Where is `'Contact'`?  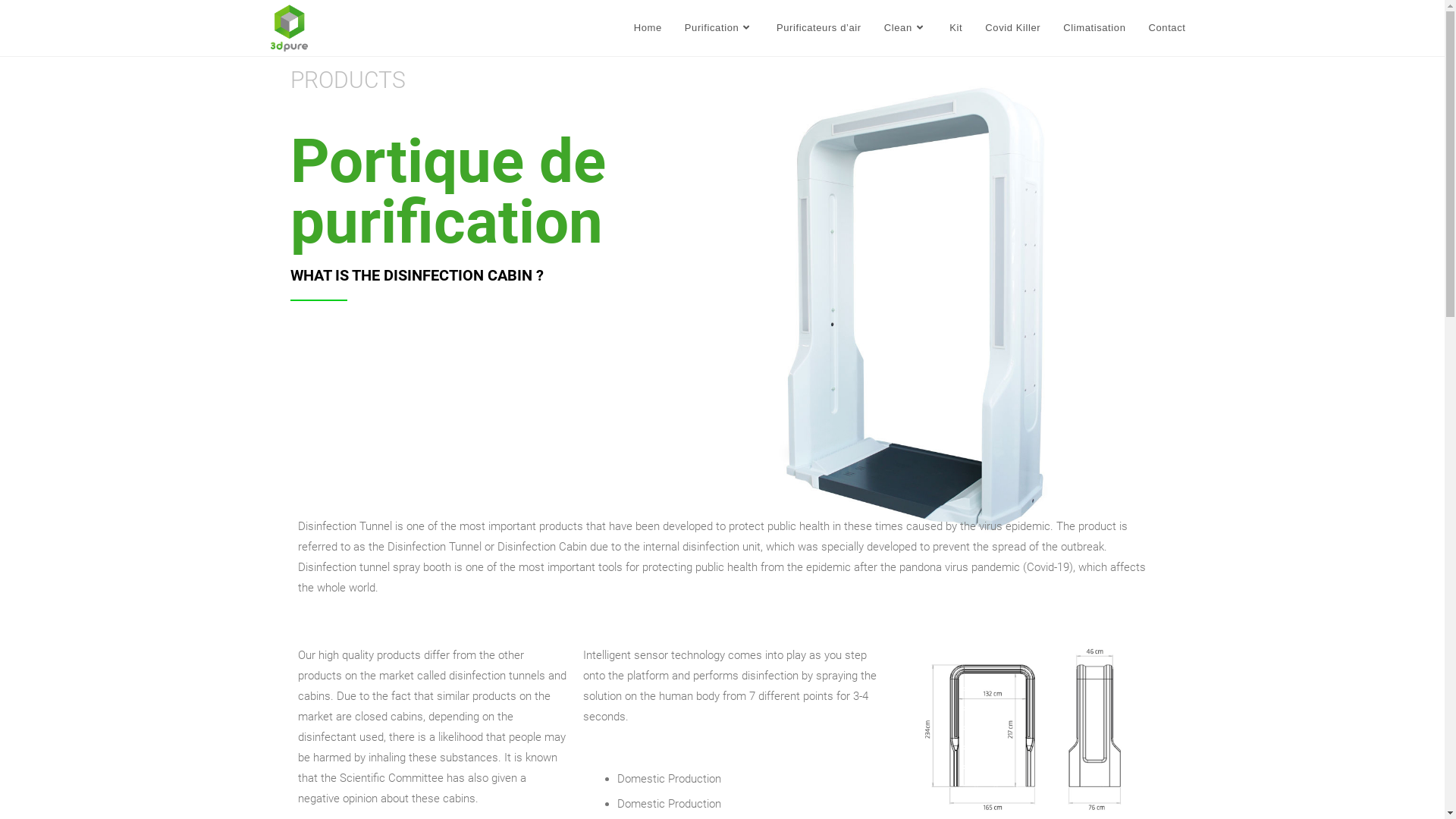
'Contact' is located at coordinates (1136, 28).